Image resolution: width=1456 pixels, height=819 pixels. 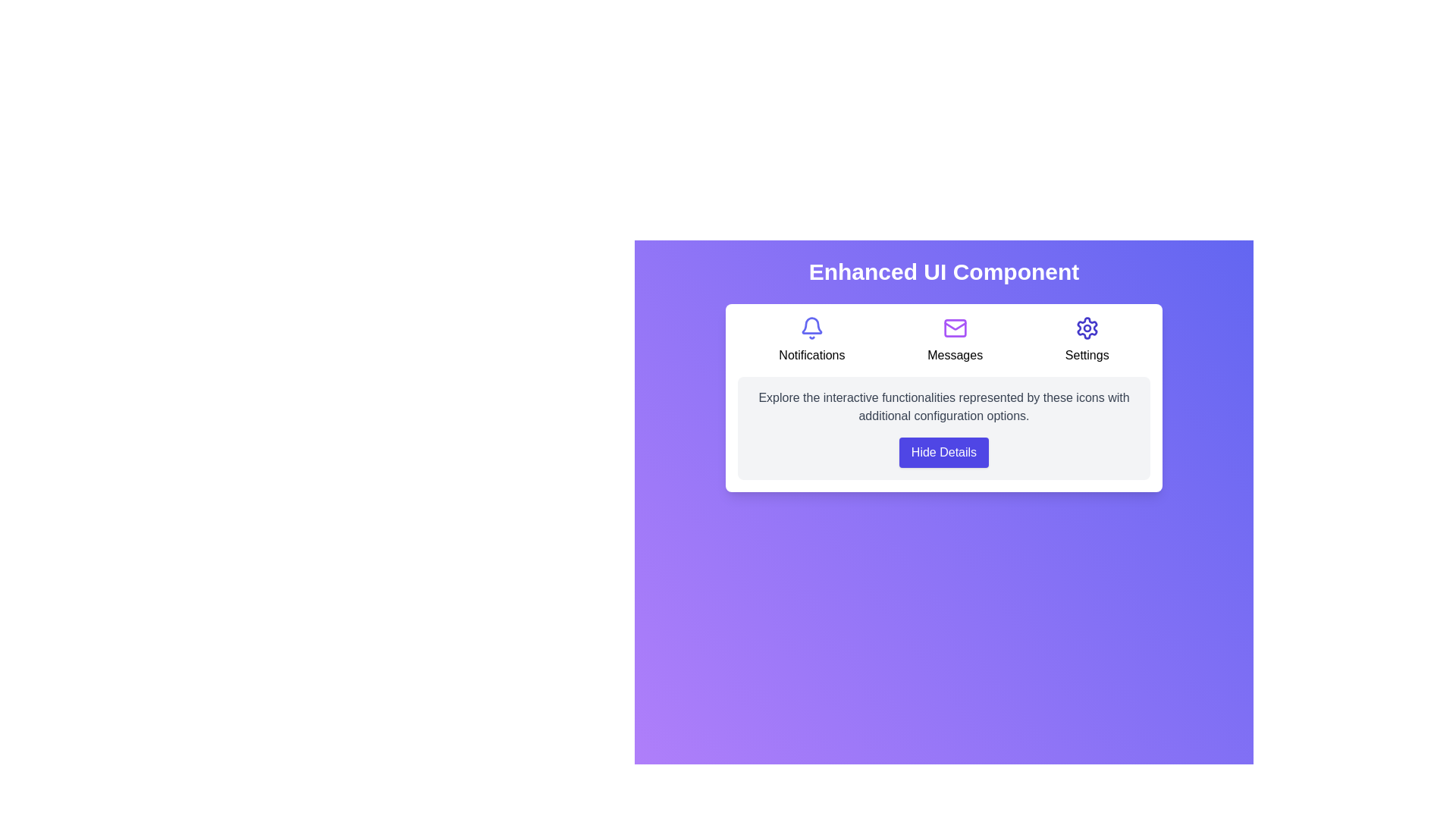 What do you see at coordinates (1086, 327) in the screenshot?
I see `the gear-shaped settings icon in the UI component` at bounding box center [1086, 327].